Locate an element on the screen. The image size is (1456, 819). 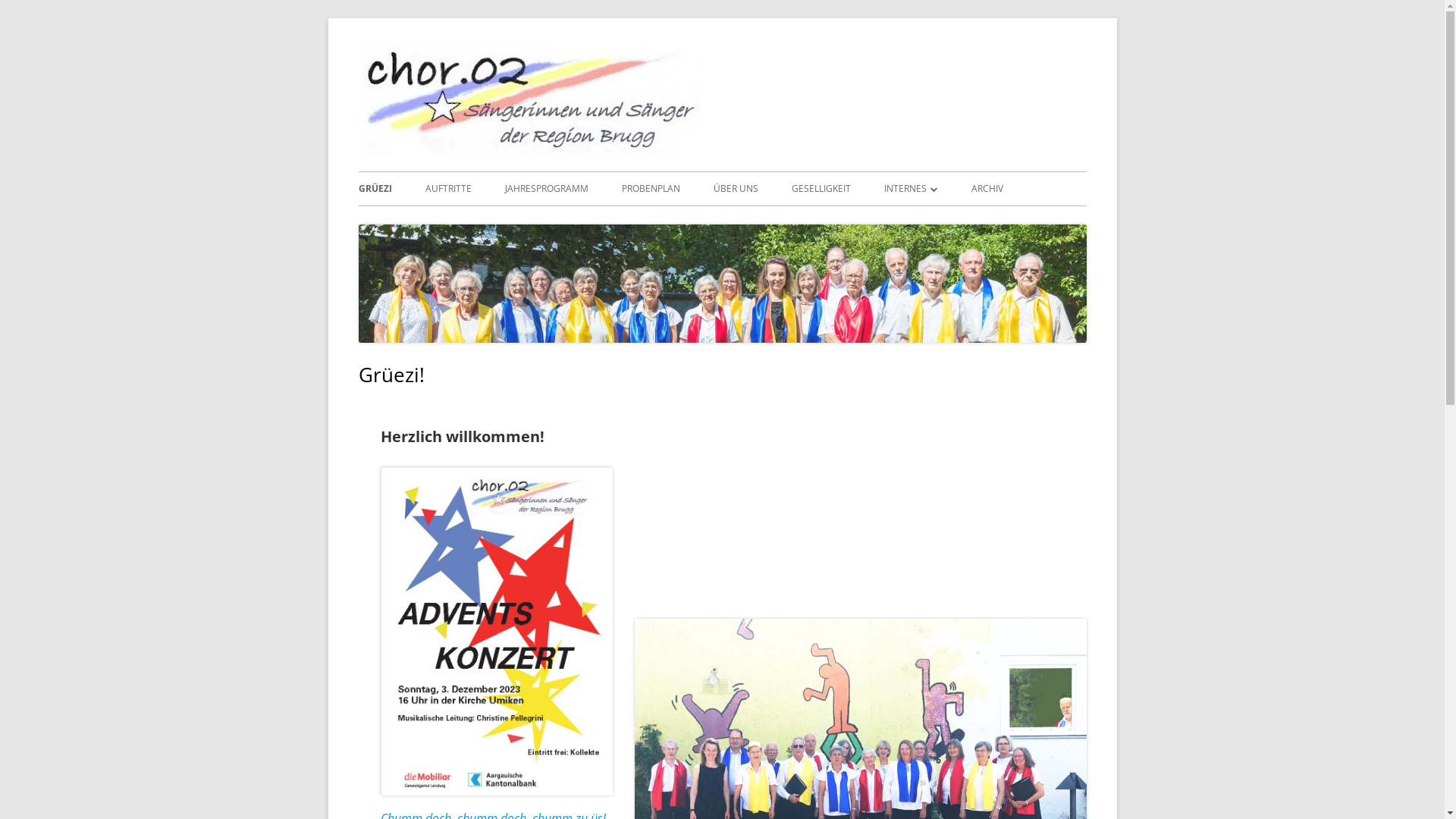
'ARCHIV' is located at coordinates (971, 188).